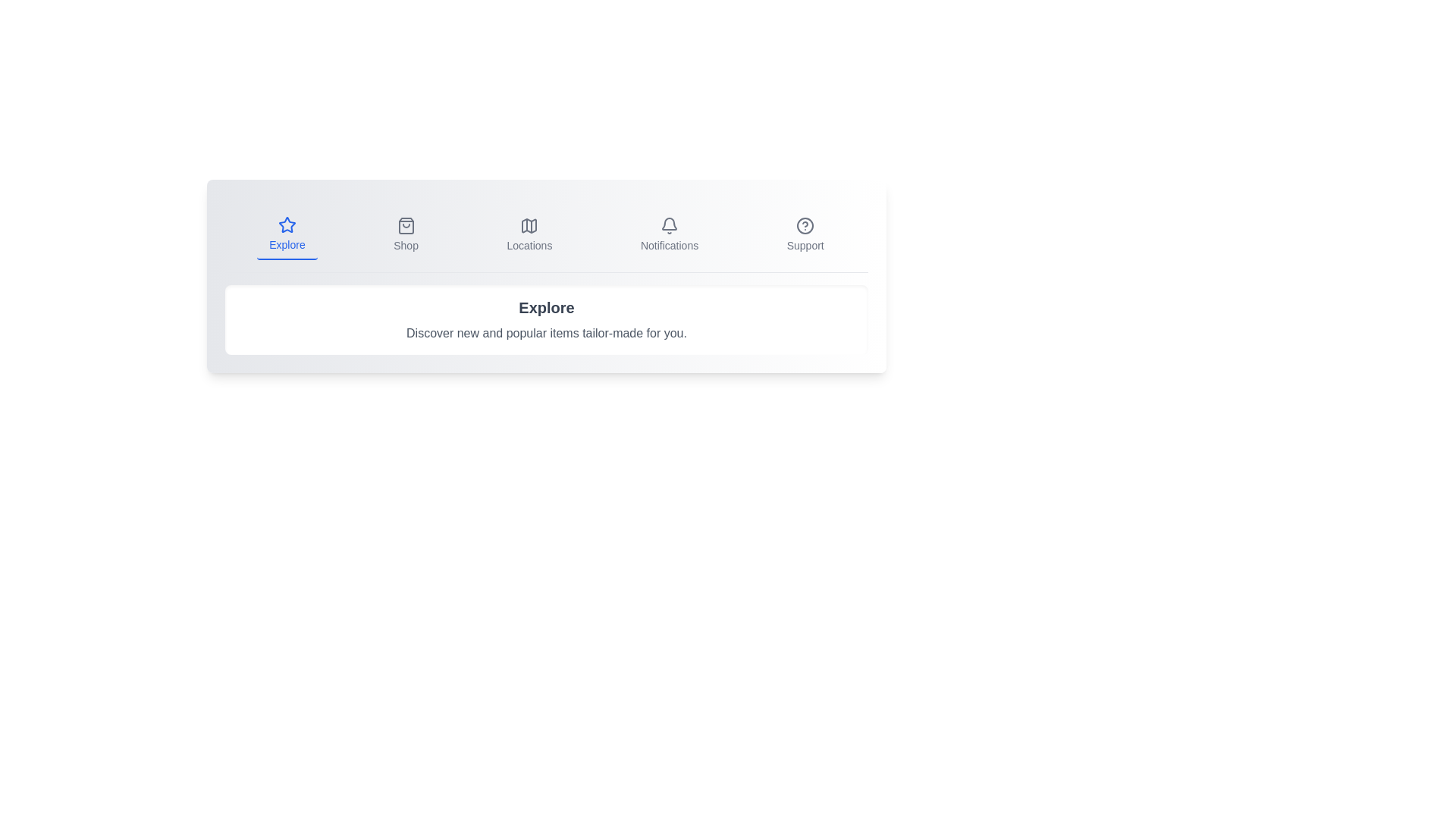  Describe the element at coordinates (406, 234) in the screenshot. I see `the 'Shop' button, which features a shopping bag icon above the text and is located in the navigation menu between 'Explore' and 'Locations'` at that location.